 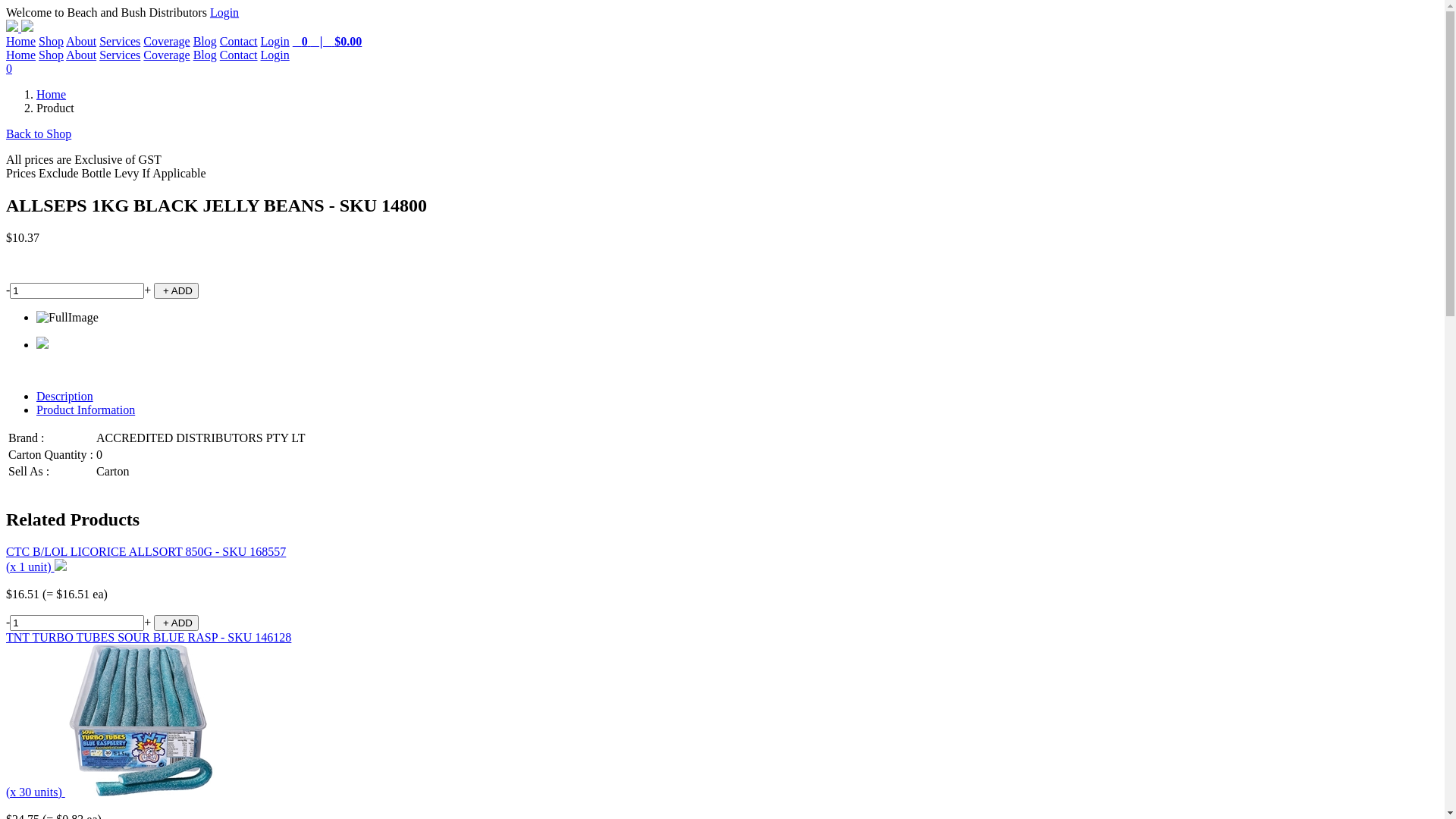 What do you see at coordinates (327, 40) in the screenshot?
I see `'   0    |    $0.00'` at bounding box center [327, 40].